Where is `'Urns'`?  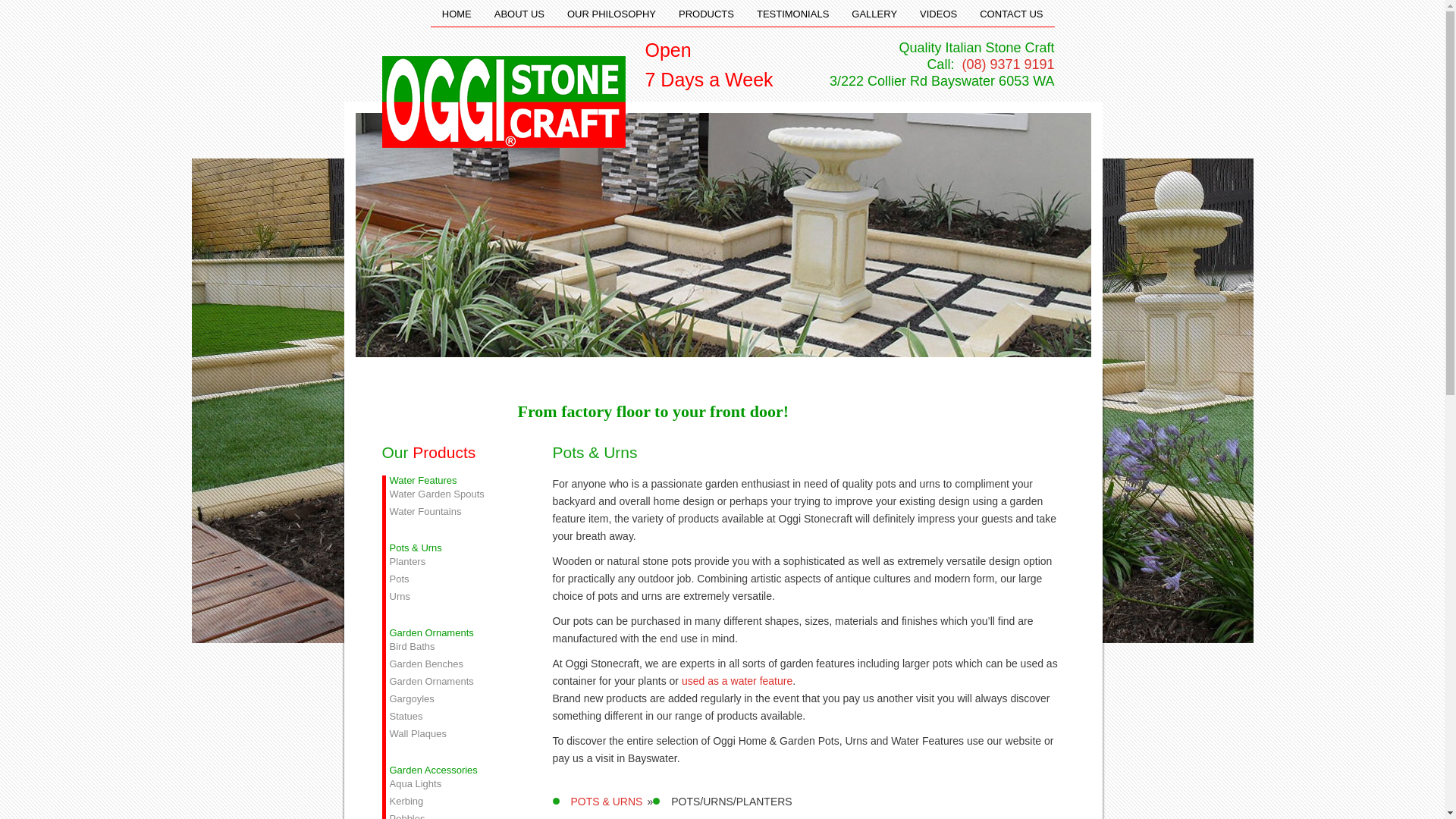
'Urns' is located at coordinates (451, 595).